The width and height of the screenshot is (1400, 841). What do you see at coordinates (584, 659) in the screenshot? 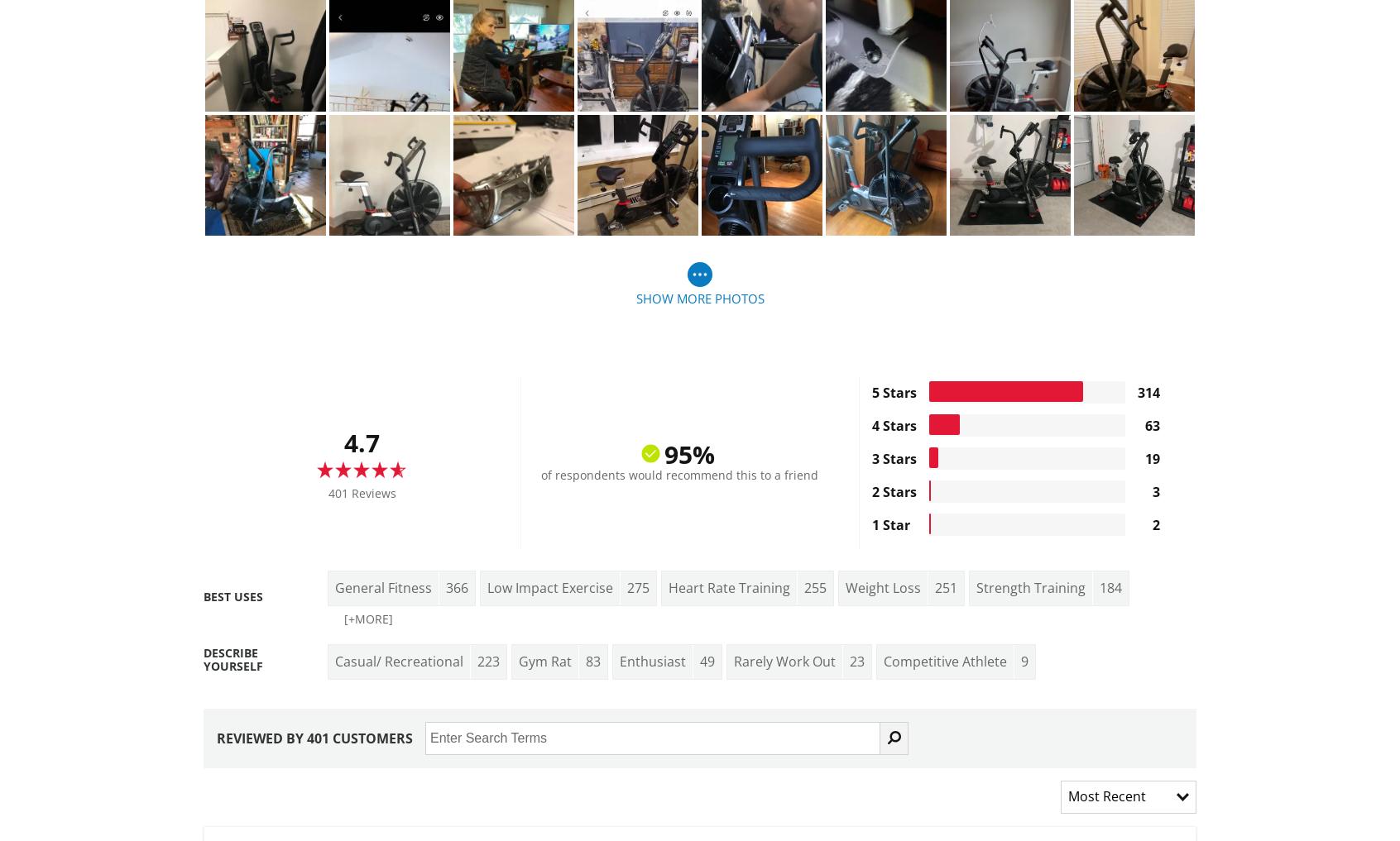
I see `'83'` at bounding box center [584, 659].